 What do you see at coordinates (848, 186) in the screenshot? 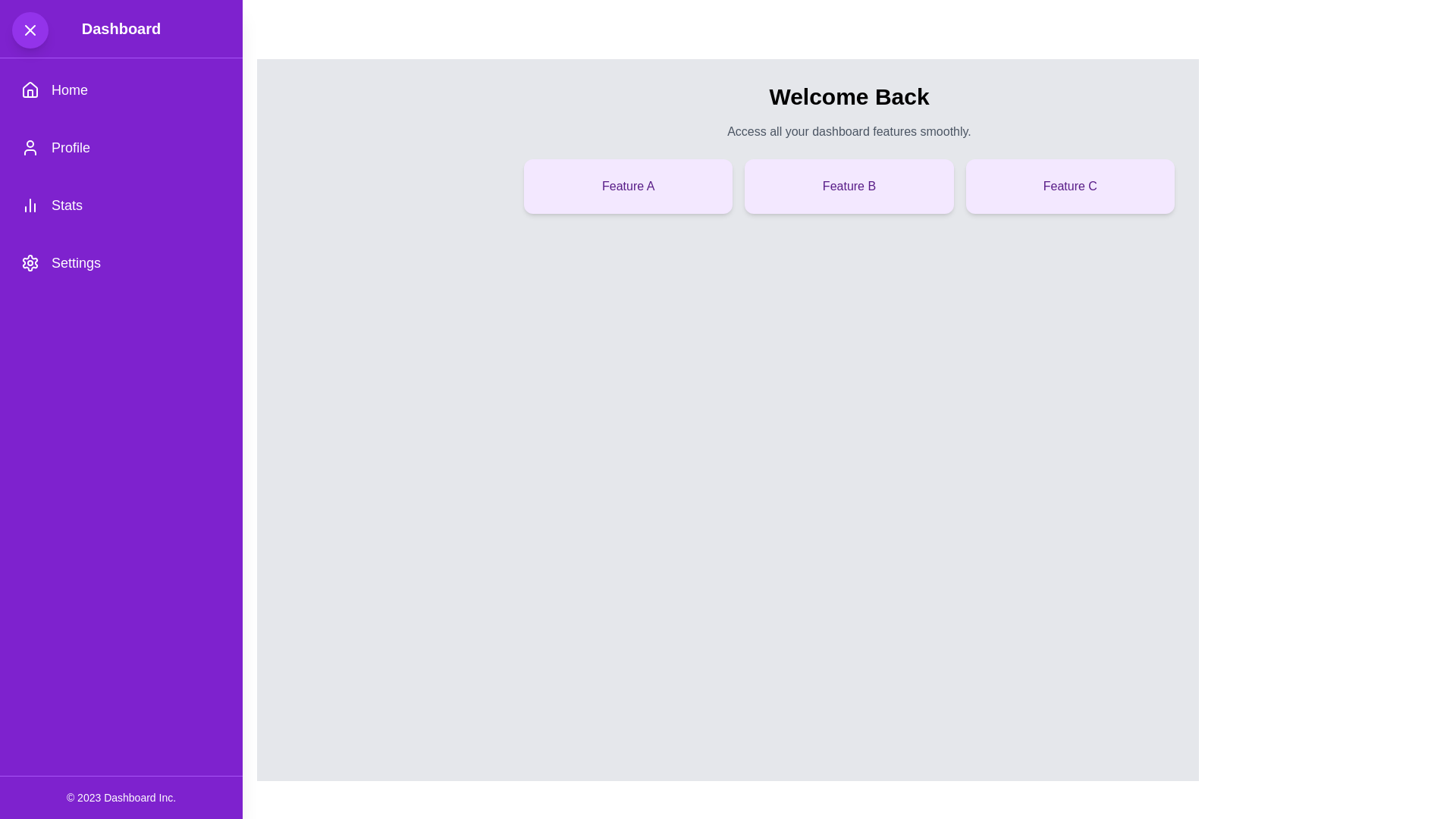
I see `the grid layout of feature cards located below the text 'Access all your dashboard features smoothly.'` at bounding box center [848, 186].